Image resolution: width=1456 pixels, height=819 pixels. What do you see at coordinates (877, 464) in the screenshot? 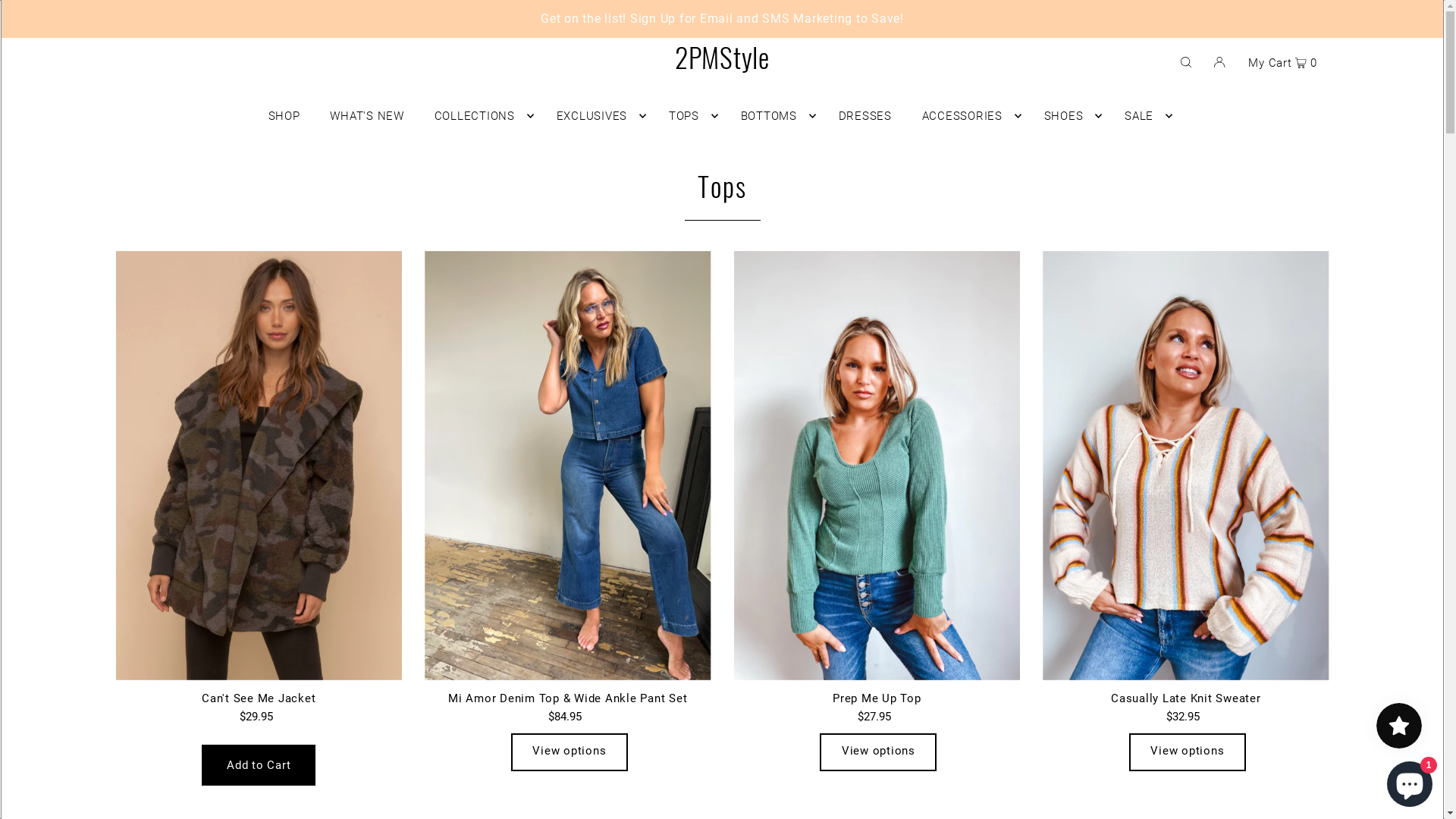
I see `'Prep Me Up Top'` at bounding box center [877, 464].